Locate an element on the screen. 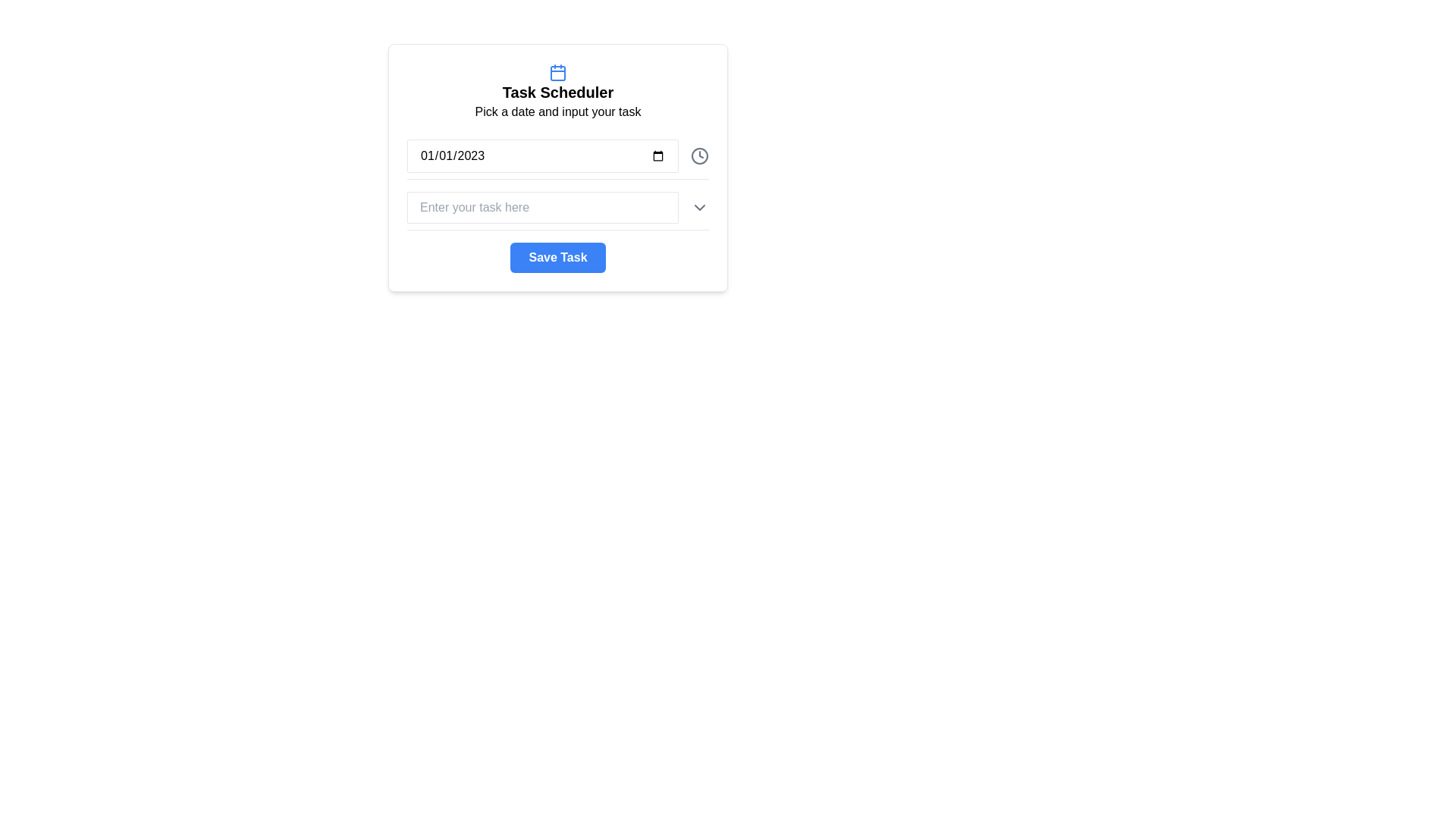 Image resolution: width=1456 pixels, height=819 pixels. the submit button located at the bottom of the form is located at coordinates (557, 256).